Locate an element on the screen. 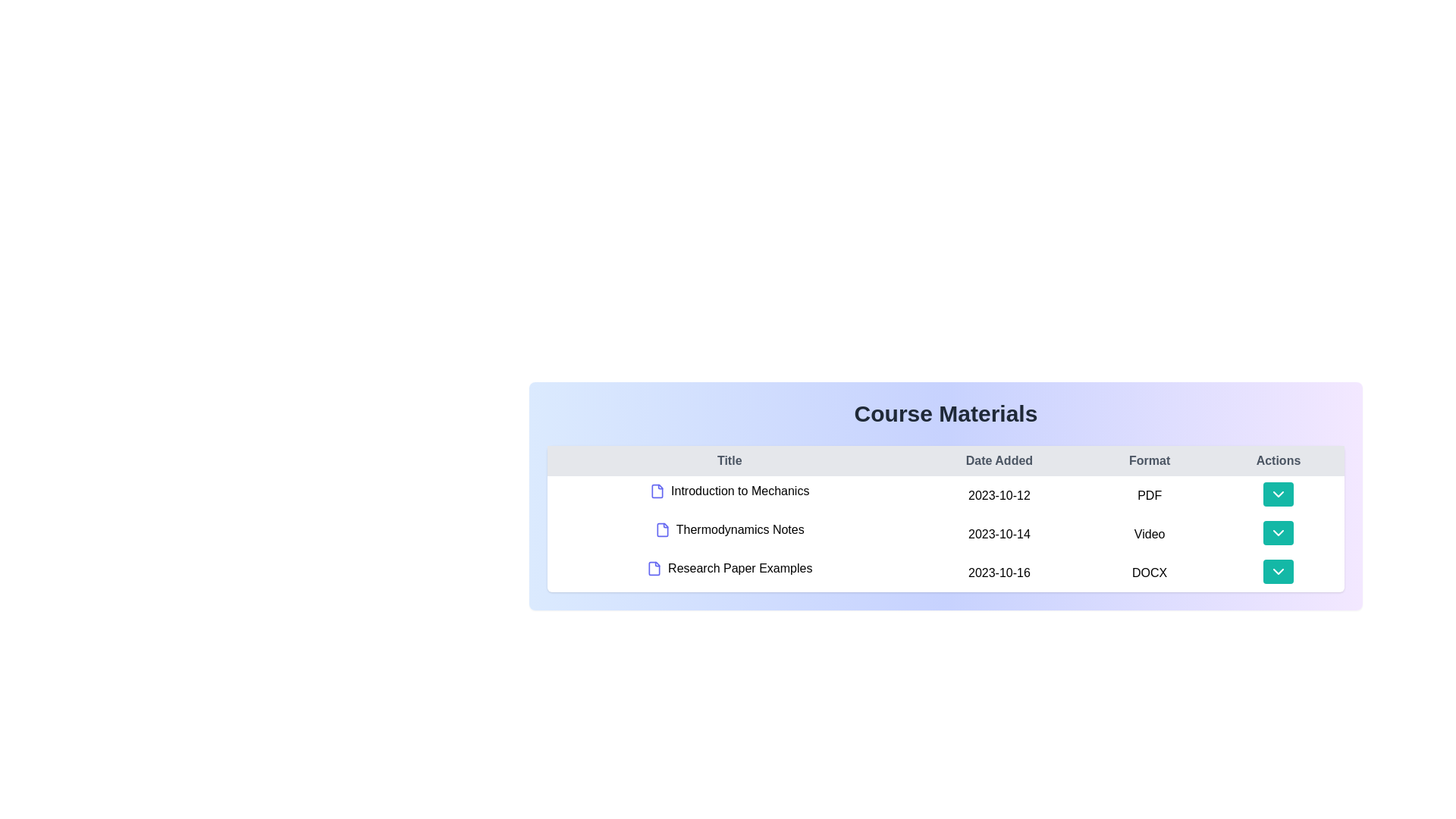 The height and width of the screenshot is (819, 1456). the image/icon representing the file or document linked to 'Research Paper Examples' in the third row of the table under the 'Title' column is located at coordinates (654, 568).